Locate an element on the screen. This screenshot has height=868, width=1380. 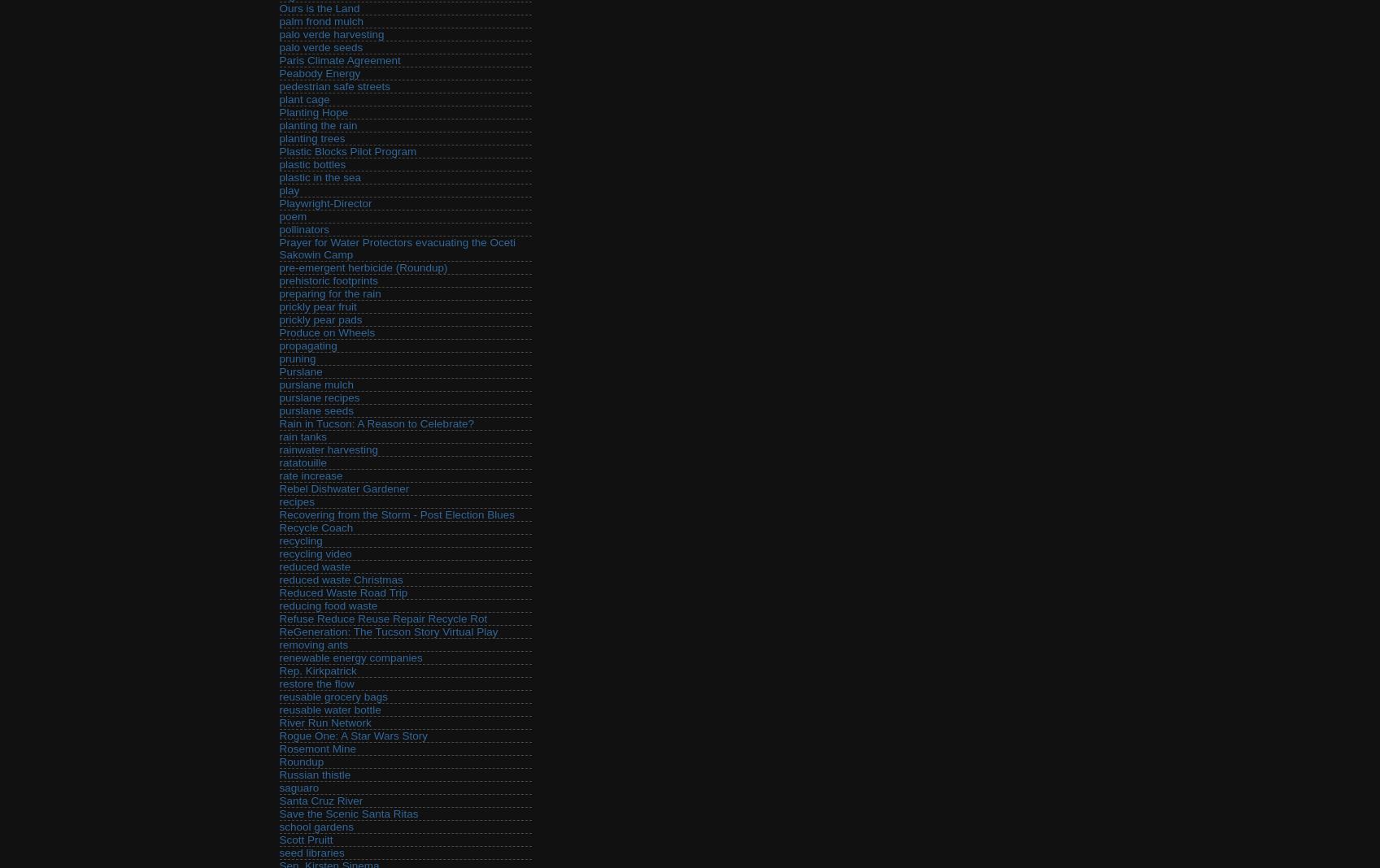
'play' is located at coordinates (278, 190).